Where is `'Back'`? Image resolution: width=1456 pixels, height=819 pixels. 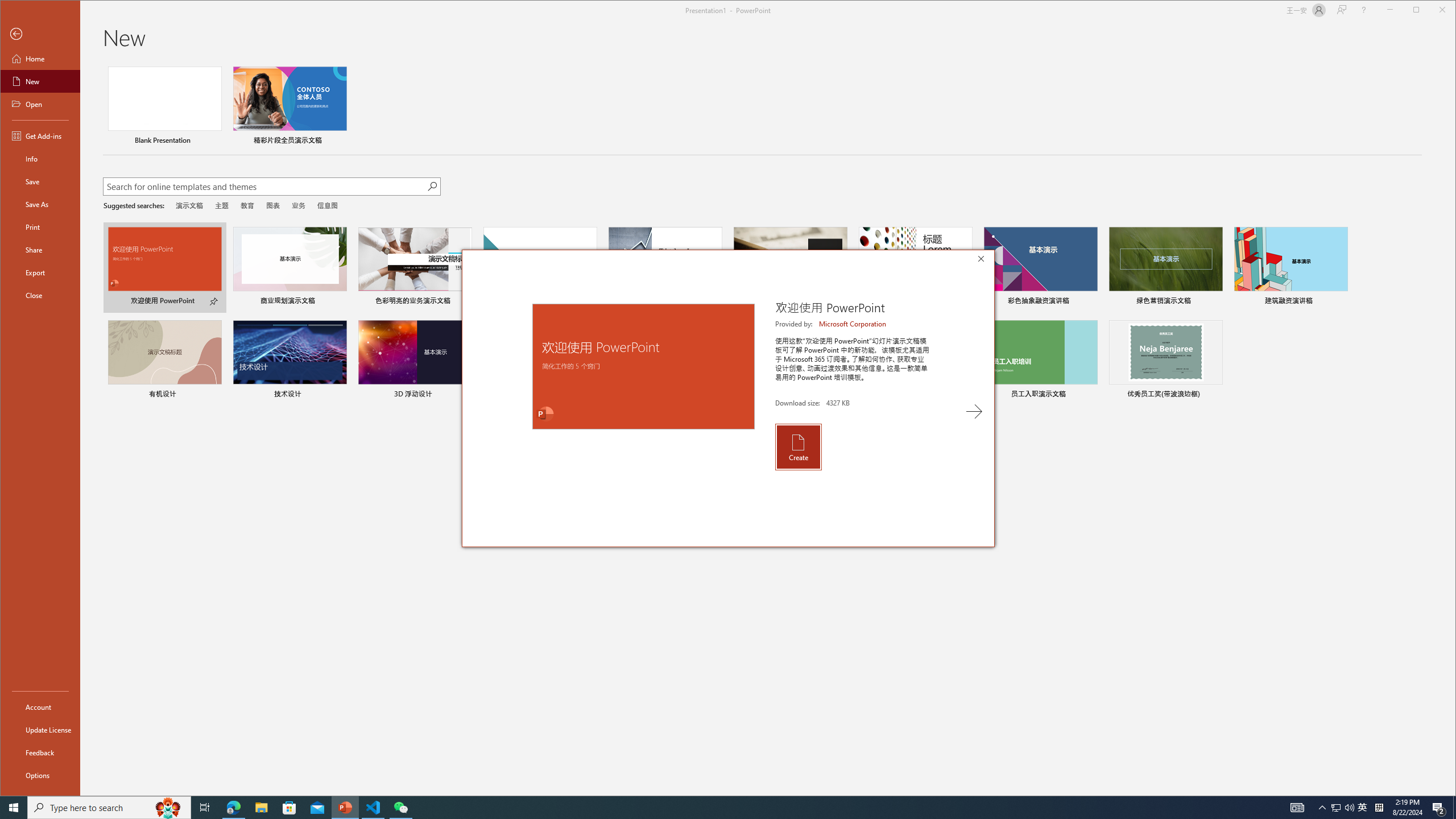
'Back' is located at coordinates (39, 34).